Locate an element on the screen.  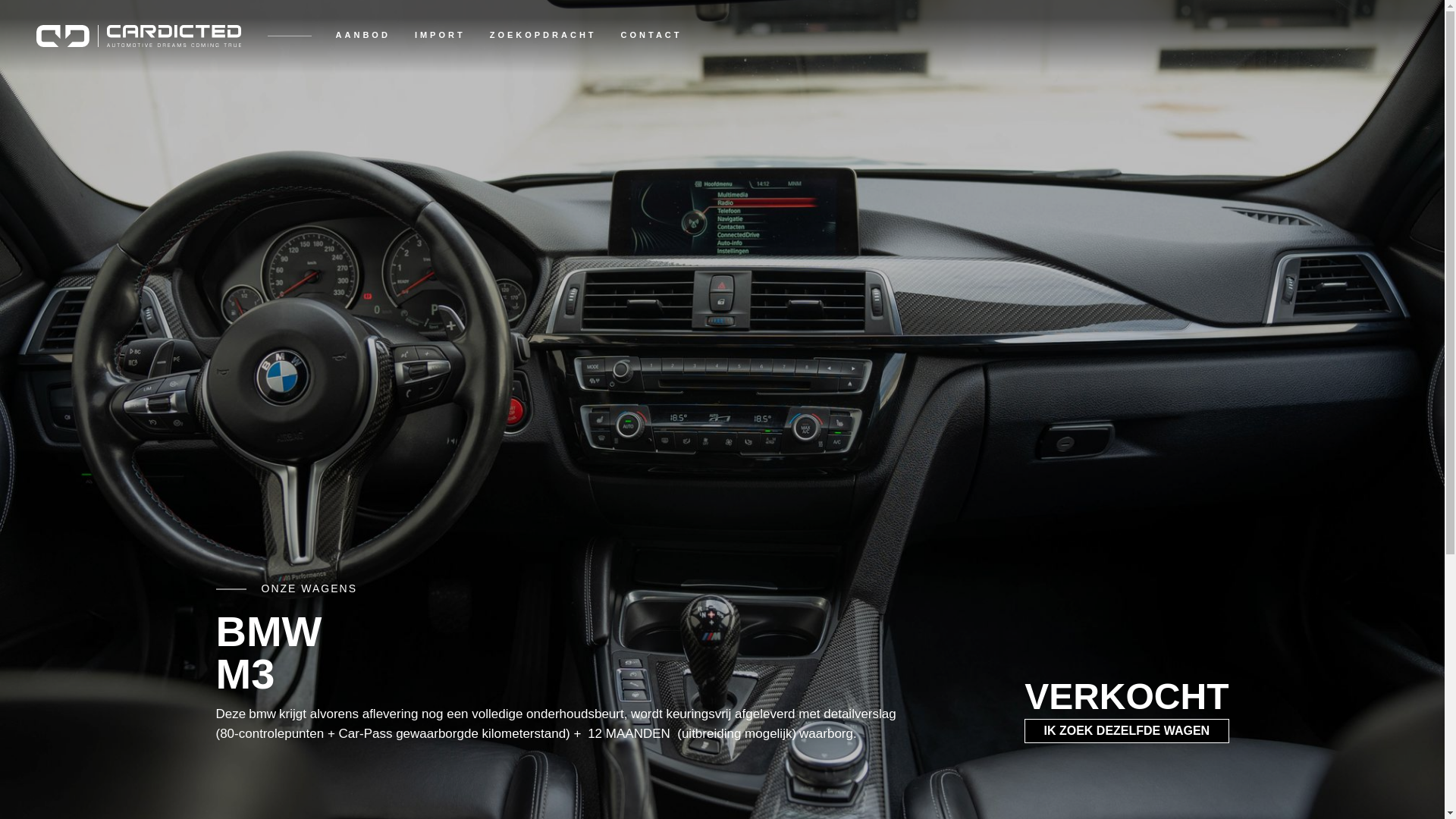
'CONTACT' is located at coordinates (651, 35).